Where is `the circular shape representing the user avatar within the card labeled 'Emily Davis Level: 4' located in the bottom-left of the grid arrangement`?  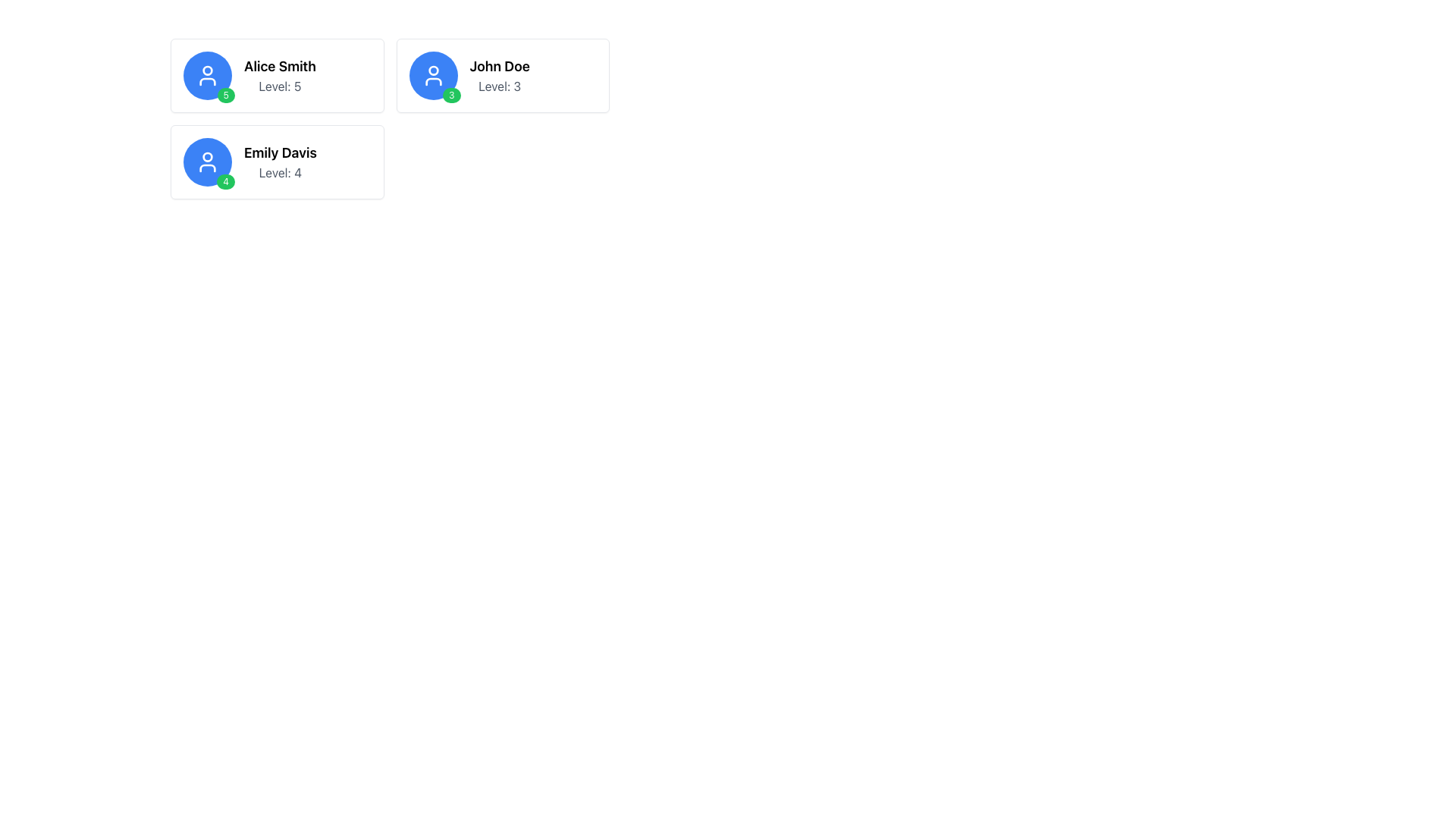 the circular shape representing the user avatar within the card labeled 'Emily Davis Level: 4' located in the bottom-left of the grid arrangement is located at coordinates (206, 157).